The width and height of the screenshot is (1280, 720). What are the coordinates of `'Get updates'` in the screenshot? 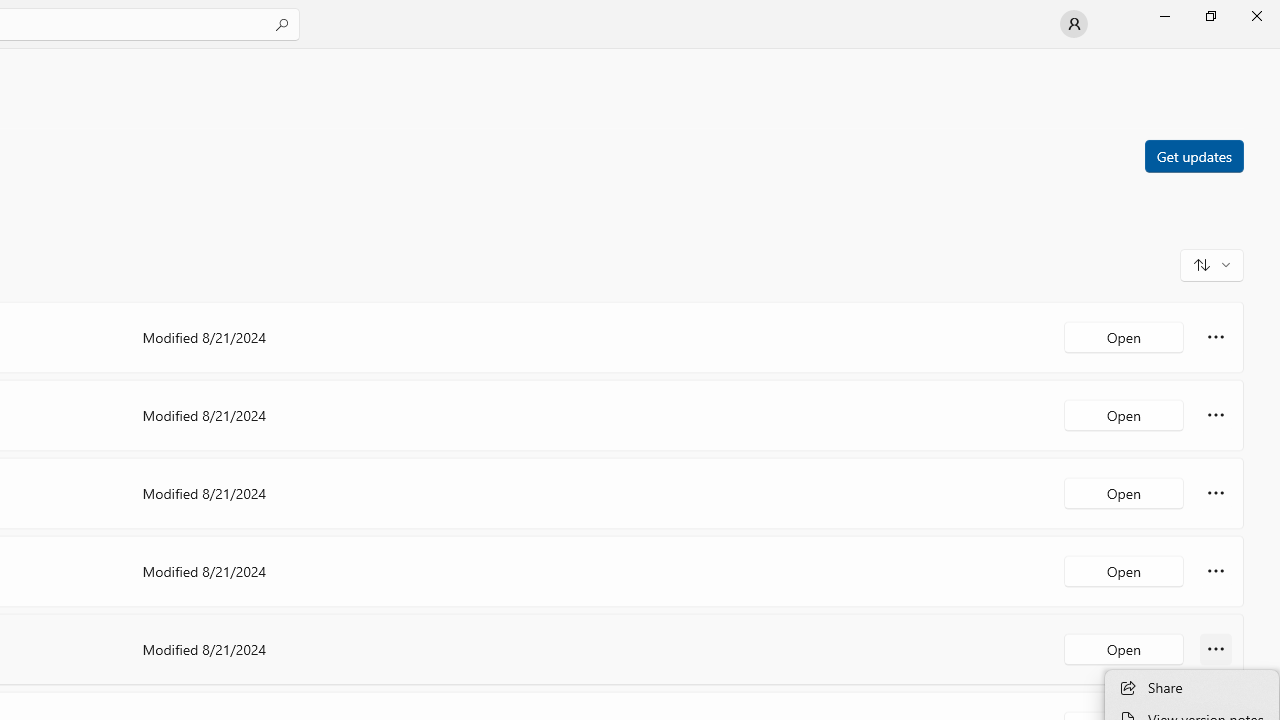 It's located at (1193, 154).